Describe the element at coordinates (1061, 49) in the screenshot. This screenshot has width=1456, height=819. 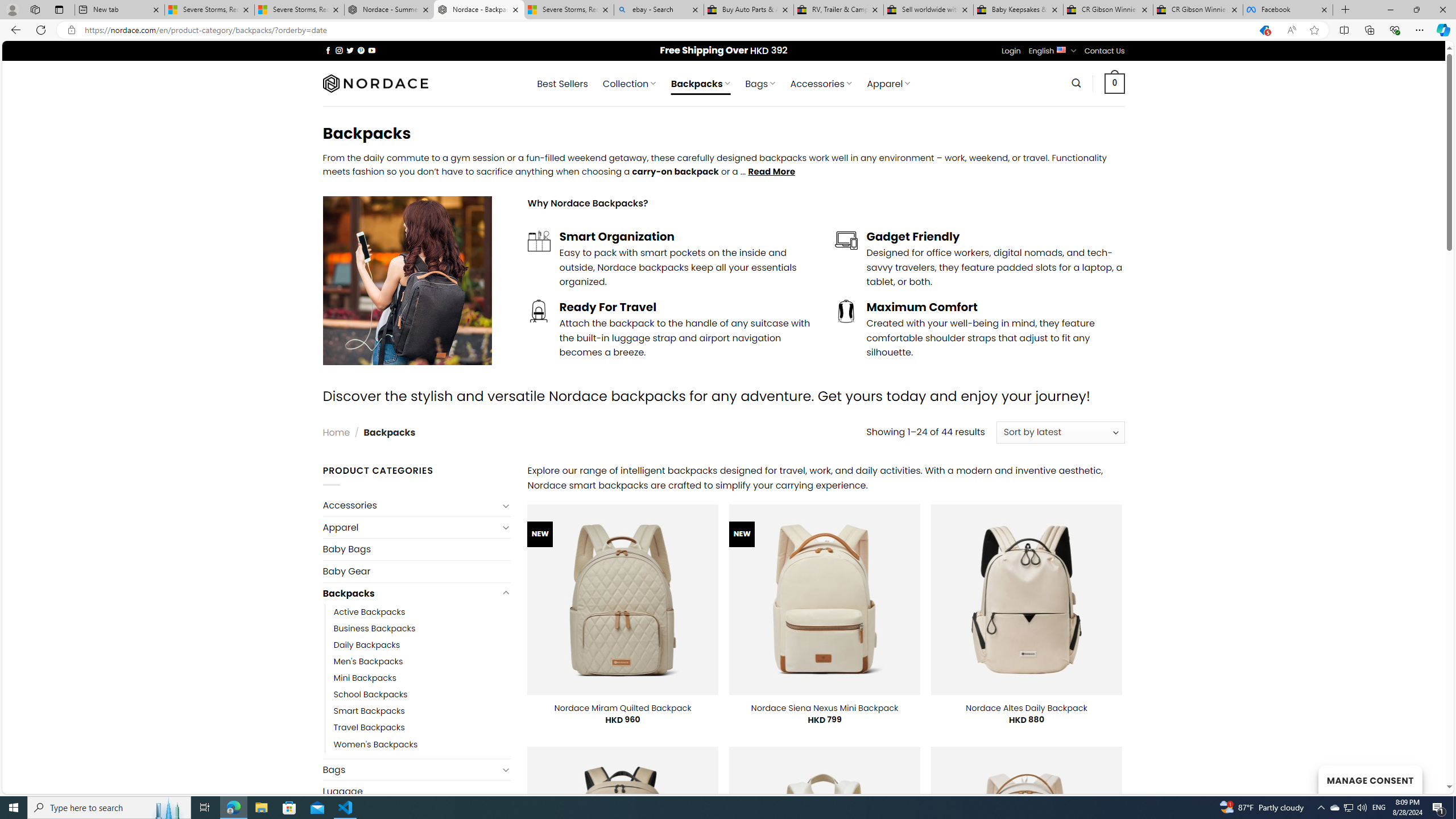
I see `'English'` at that location.